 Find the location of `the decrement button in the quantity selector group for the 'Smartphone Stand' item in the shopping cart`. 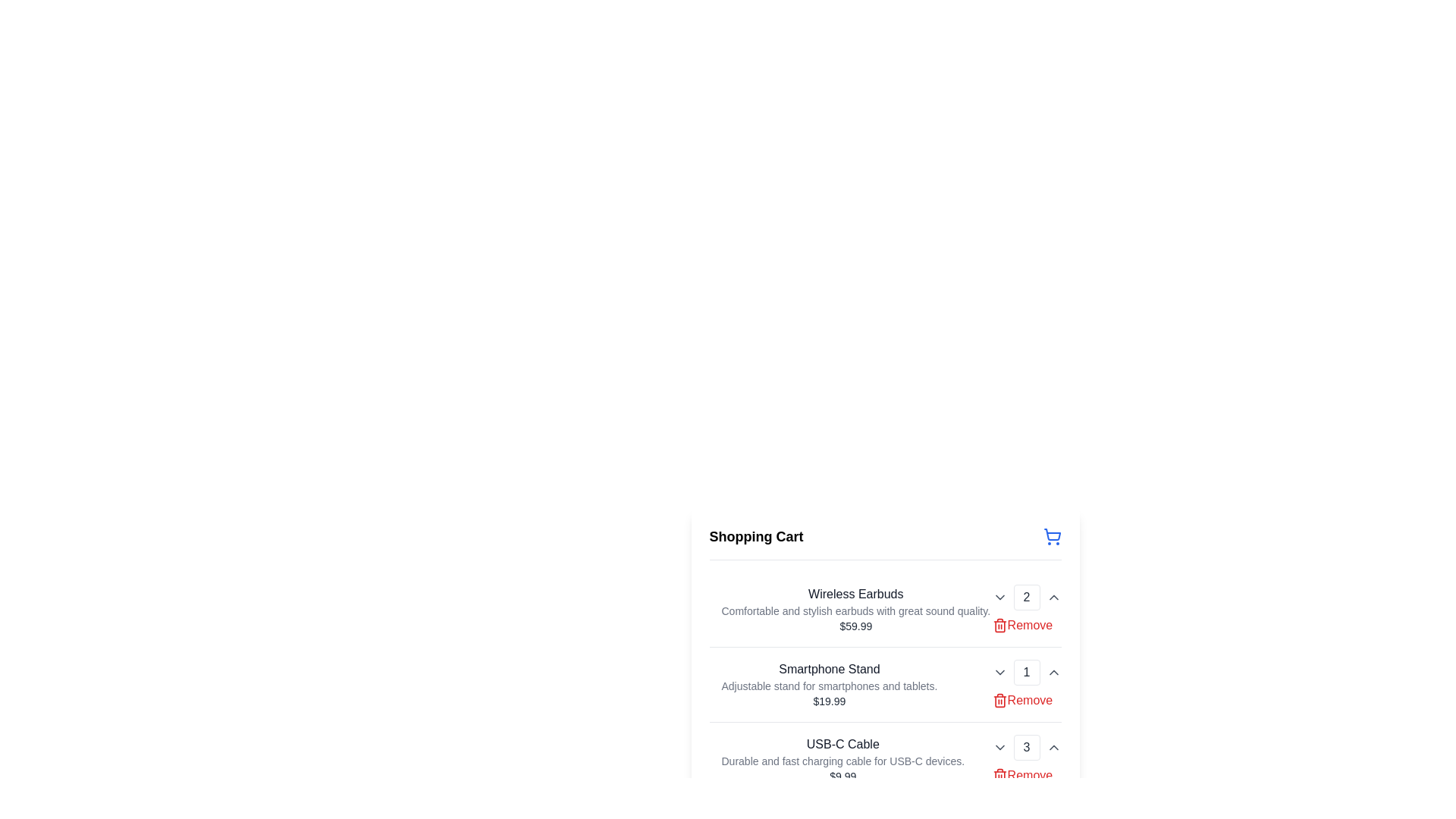

the decrement button in the quantity selector group for the 'Smartphone Stand' item in the shopping cart is located at coordinates (1026, 684).